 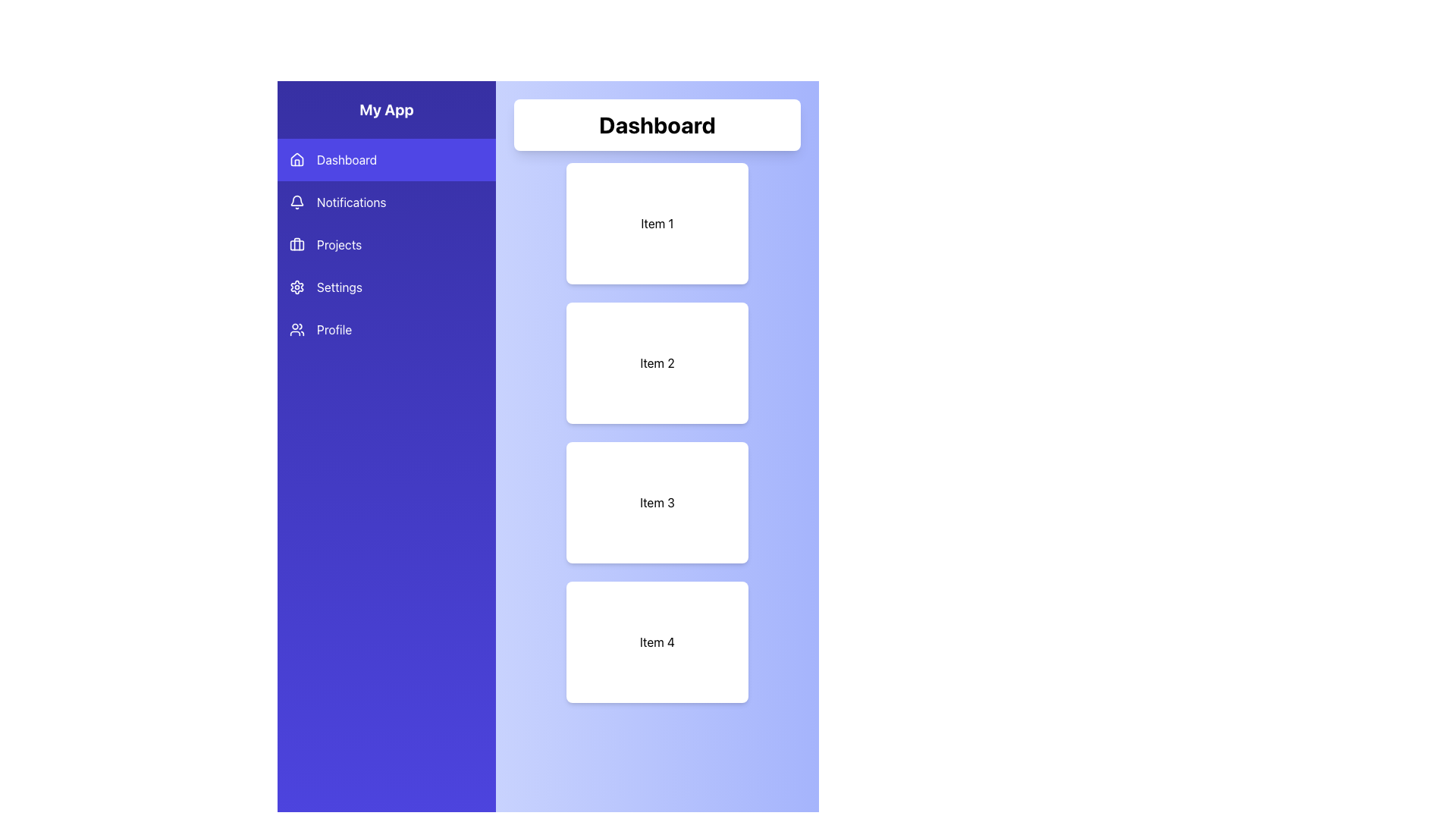 What do you see at coordinates (297, 287) in the screenshot?
I see `the gear-shaped icon in the vertical navigation bar` at bounding box center [297, 287].